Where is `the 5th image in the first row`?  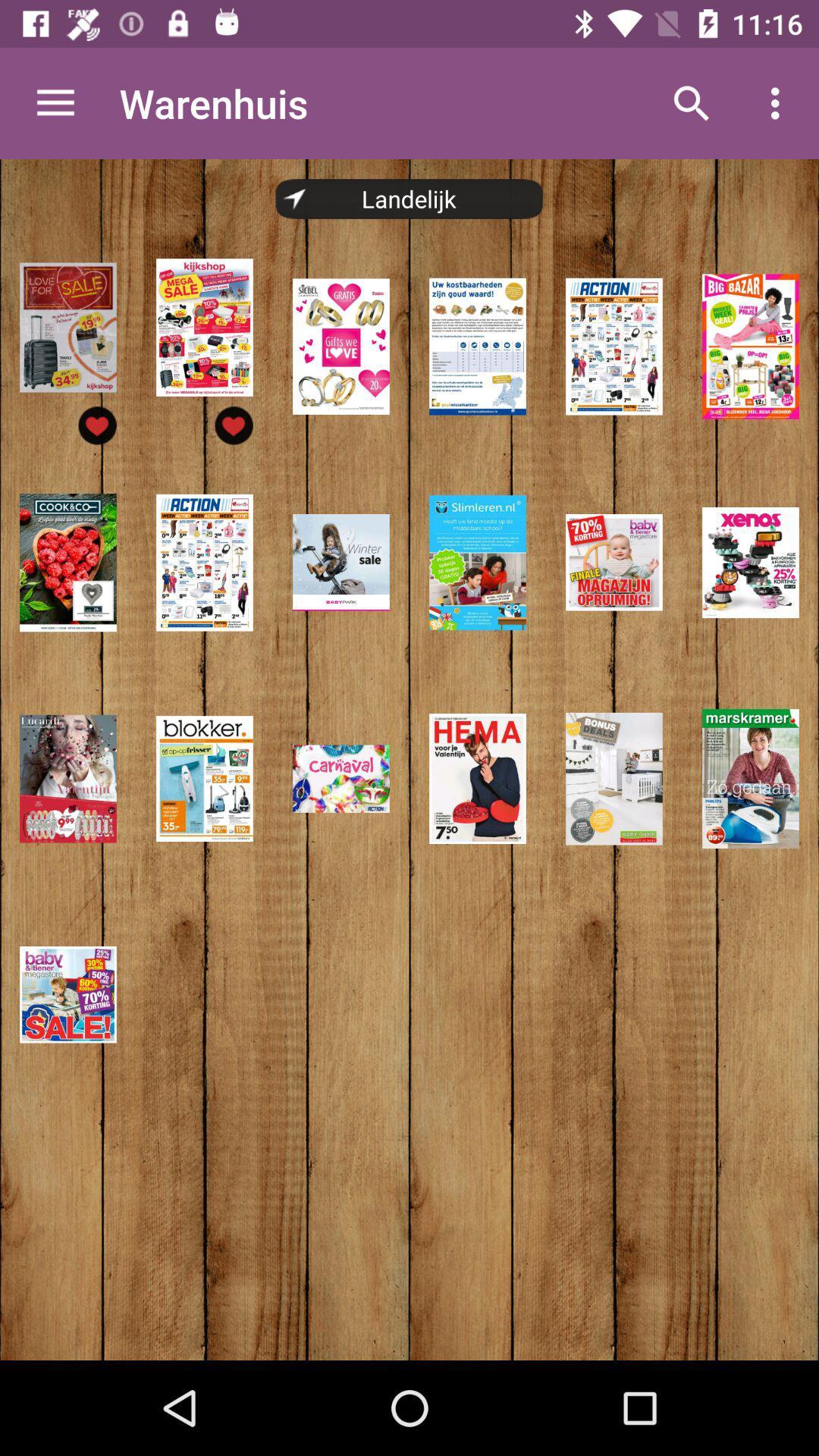 the 5th image in the first row is located at coordinates (614, 345).